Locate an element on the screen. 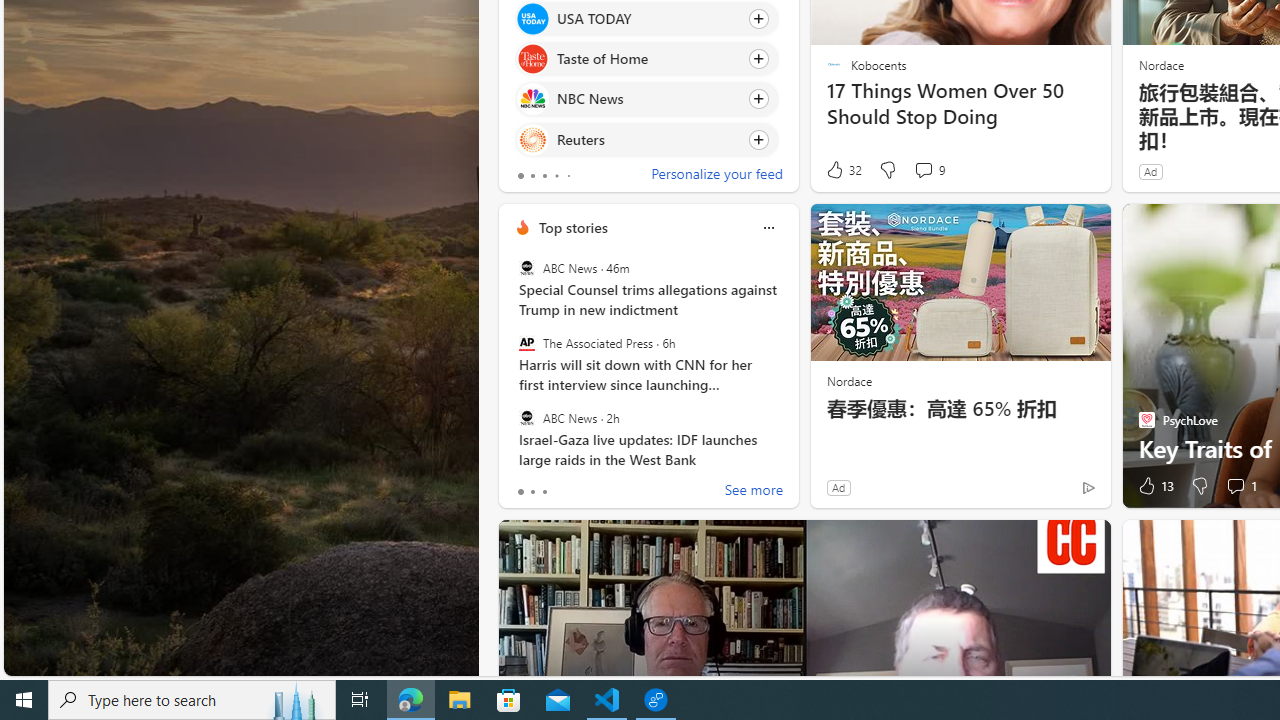 This screenshot has width=1280, height=720. 'More options' is located at coordinates (767, 226).